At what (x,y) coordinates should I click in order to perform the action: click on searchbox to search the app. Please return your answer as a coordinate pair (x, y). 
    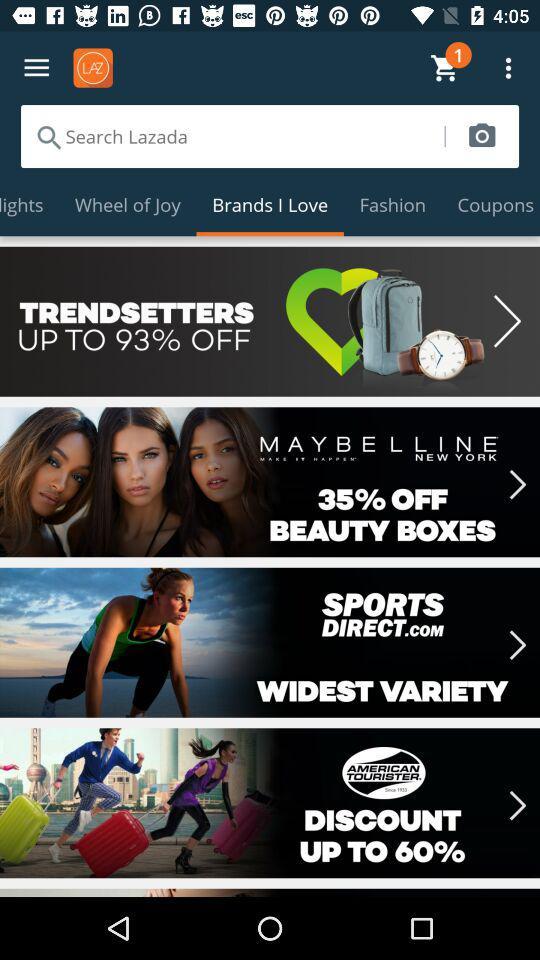
    Looking at the image, I should click on (231, 135).